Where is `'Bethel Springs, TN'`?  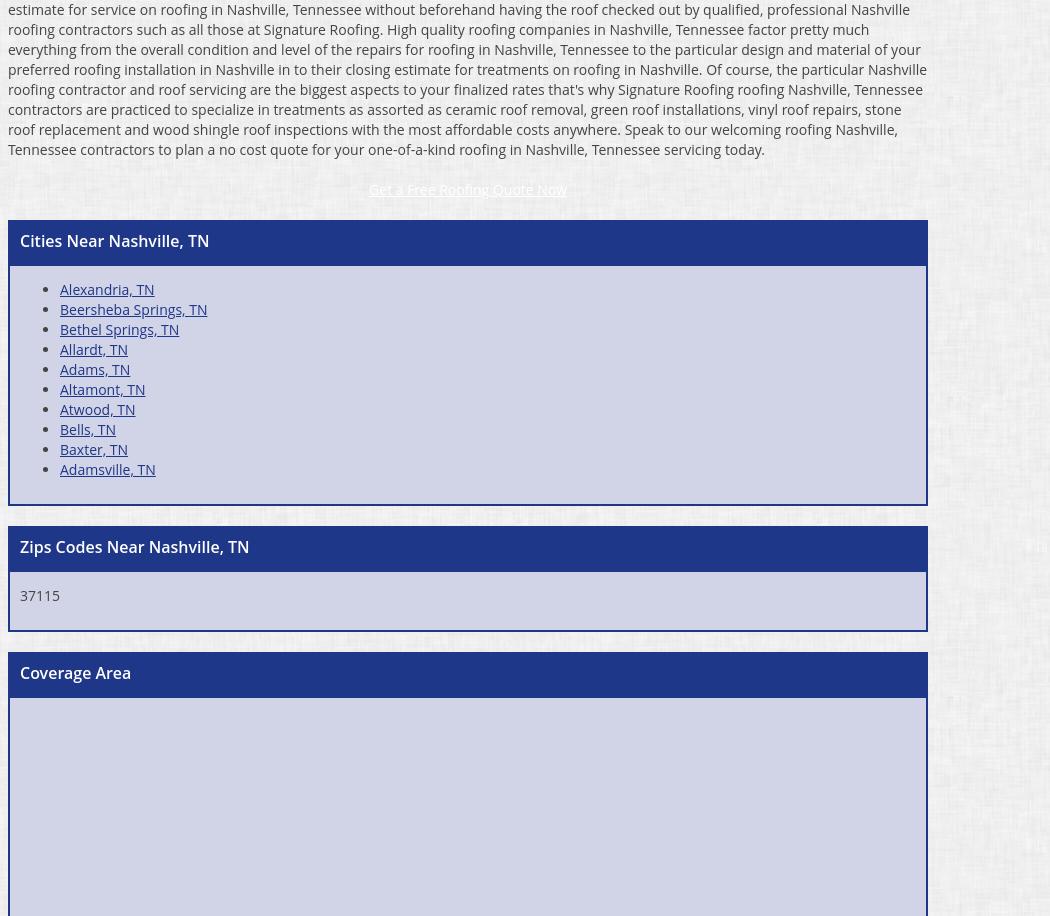
'Bethel Springs, TN' is located at coordinates (118, 327).